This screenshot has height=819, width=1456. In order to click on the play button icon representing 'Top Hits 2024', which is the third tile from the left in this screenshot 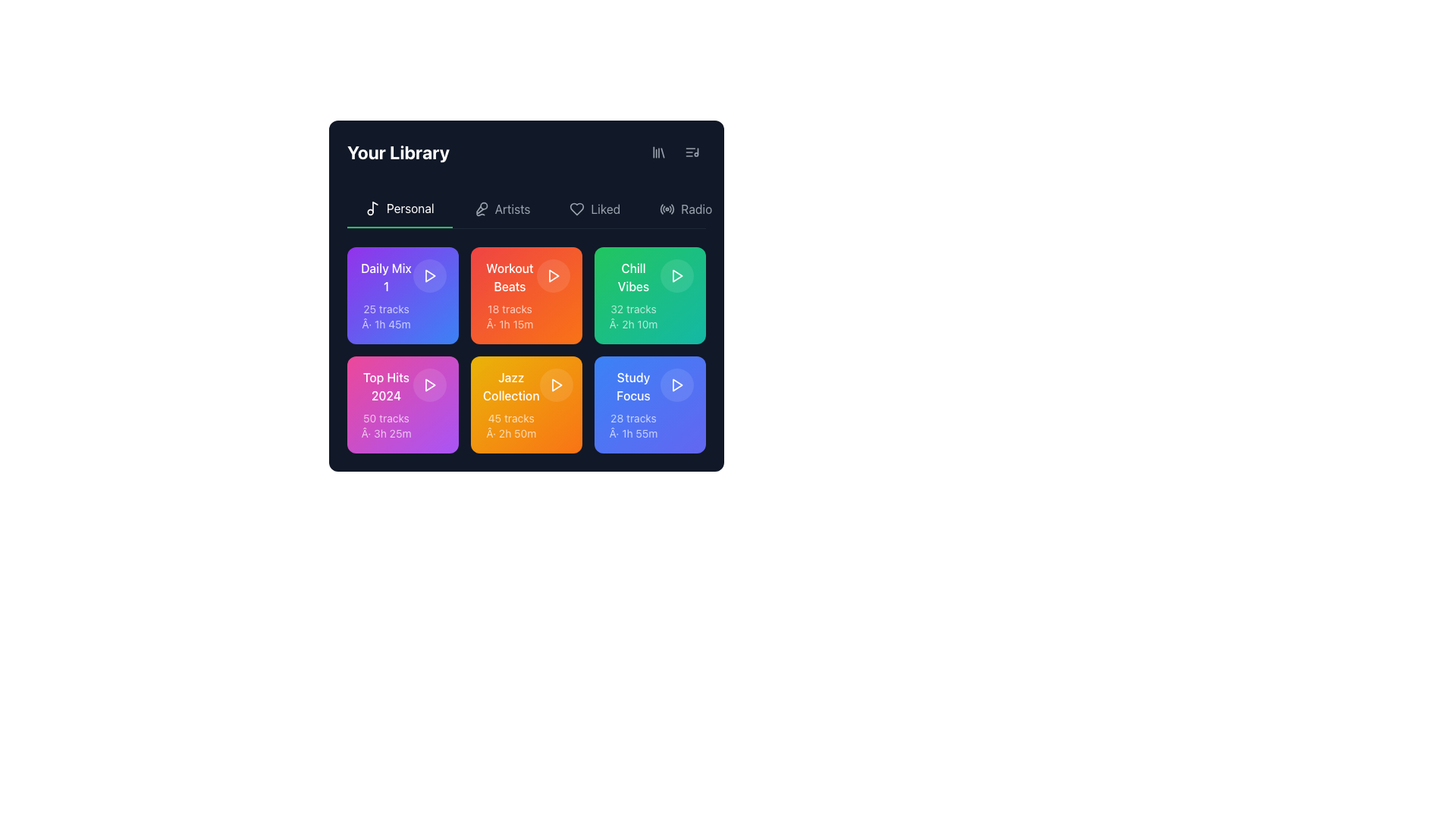, I will do `click(429, 384)`.